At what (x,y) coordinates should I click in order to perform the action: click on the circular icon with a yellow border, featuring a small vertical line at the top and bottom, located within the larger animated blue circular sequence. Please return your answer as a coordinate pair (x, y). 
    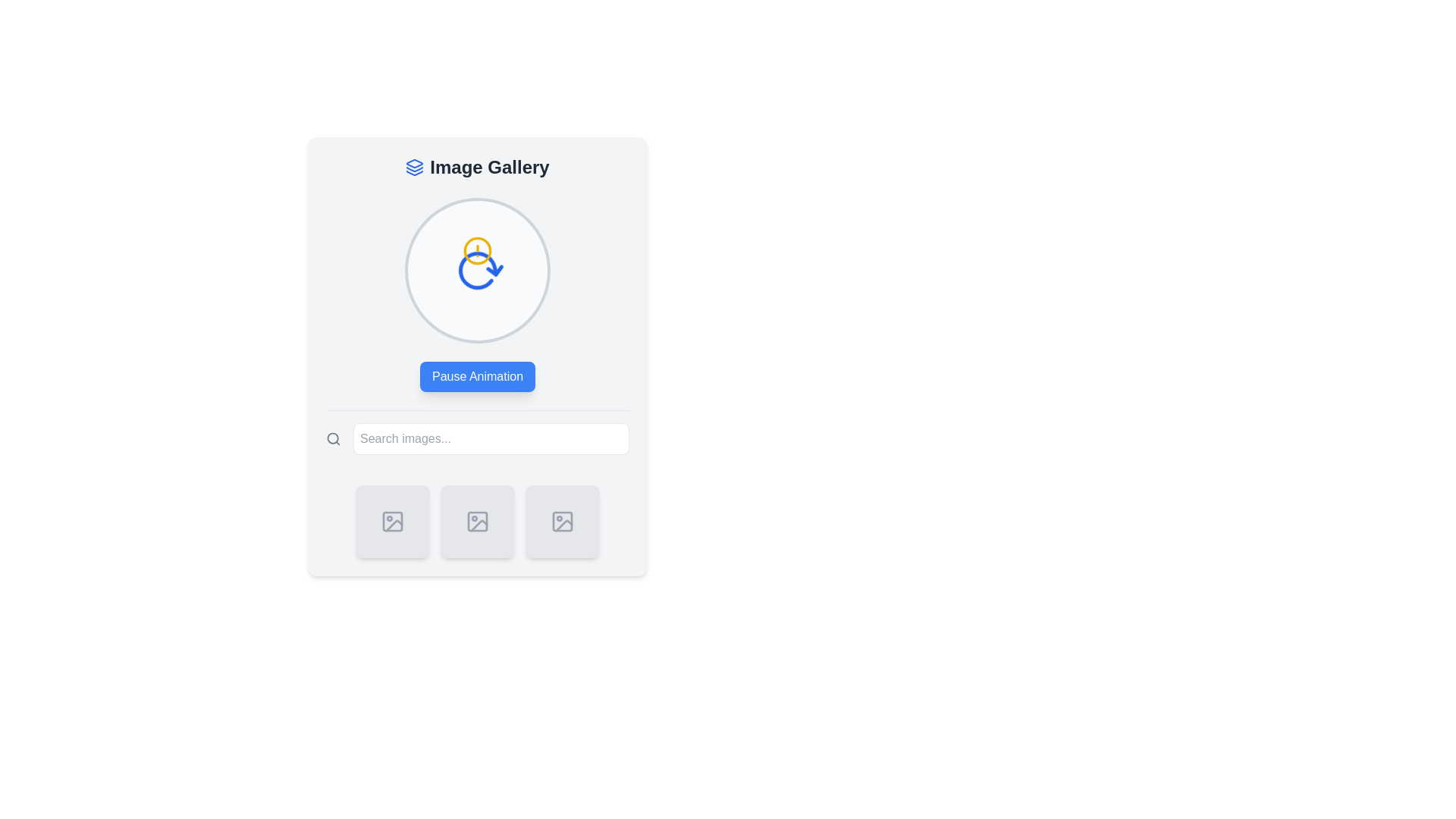
    Looking at the image, I should click on (476, 250).